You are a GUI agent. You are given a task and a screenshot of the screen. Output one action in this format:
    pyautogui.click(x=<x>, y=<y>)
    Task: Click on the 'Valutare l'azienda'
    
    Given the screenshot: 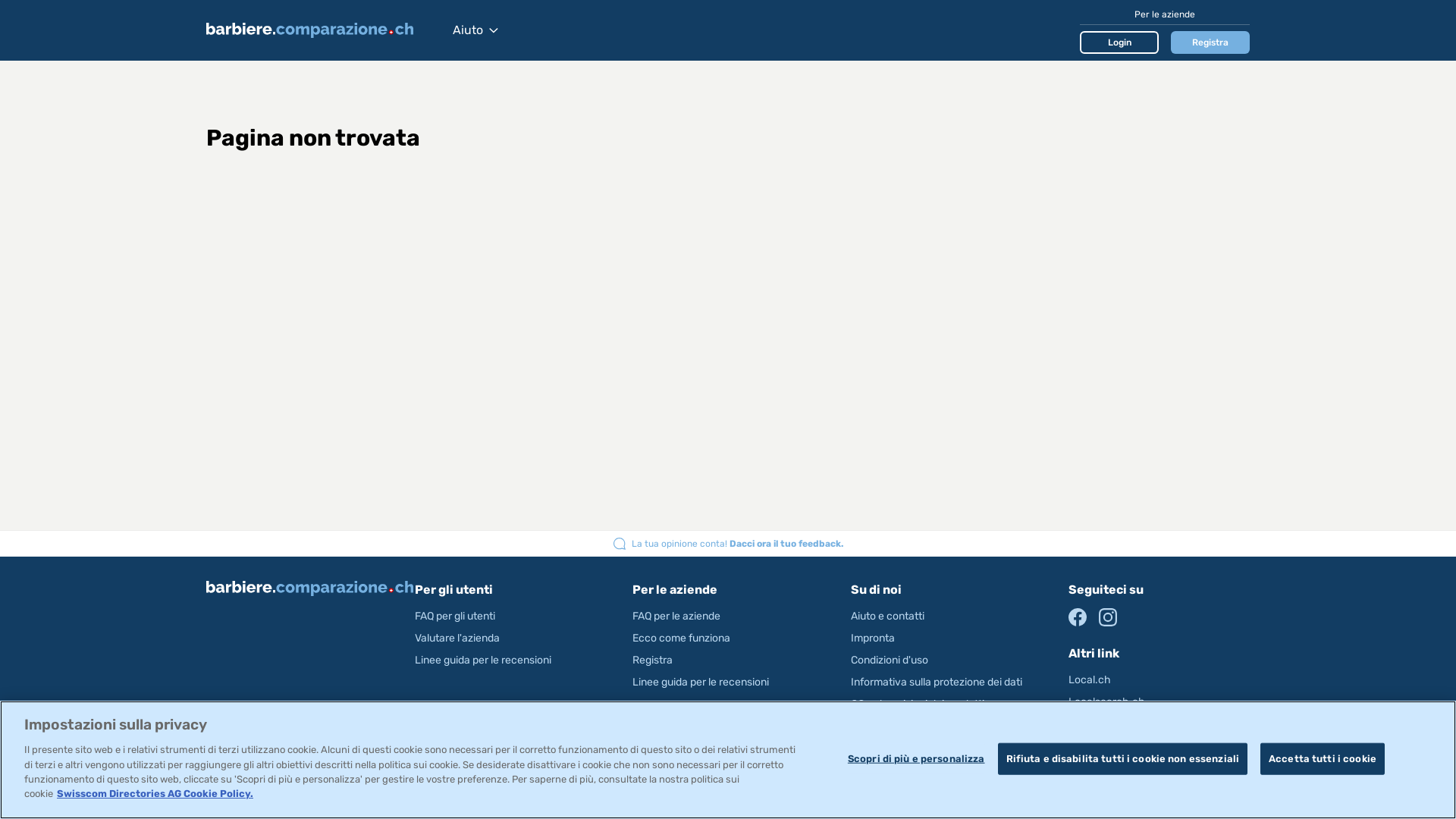 What is the action you would take?
    pyautogui.click(x=457, y=638)
    